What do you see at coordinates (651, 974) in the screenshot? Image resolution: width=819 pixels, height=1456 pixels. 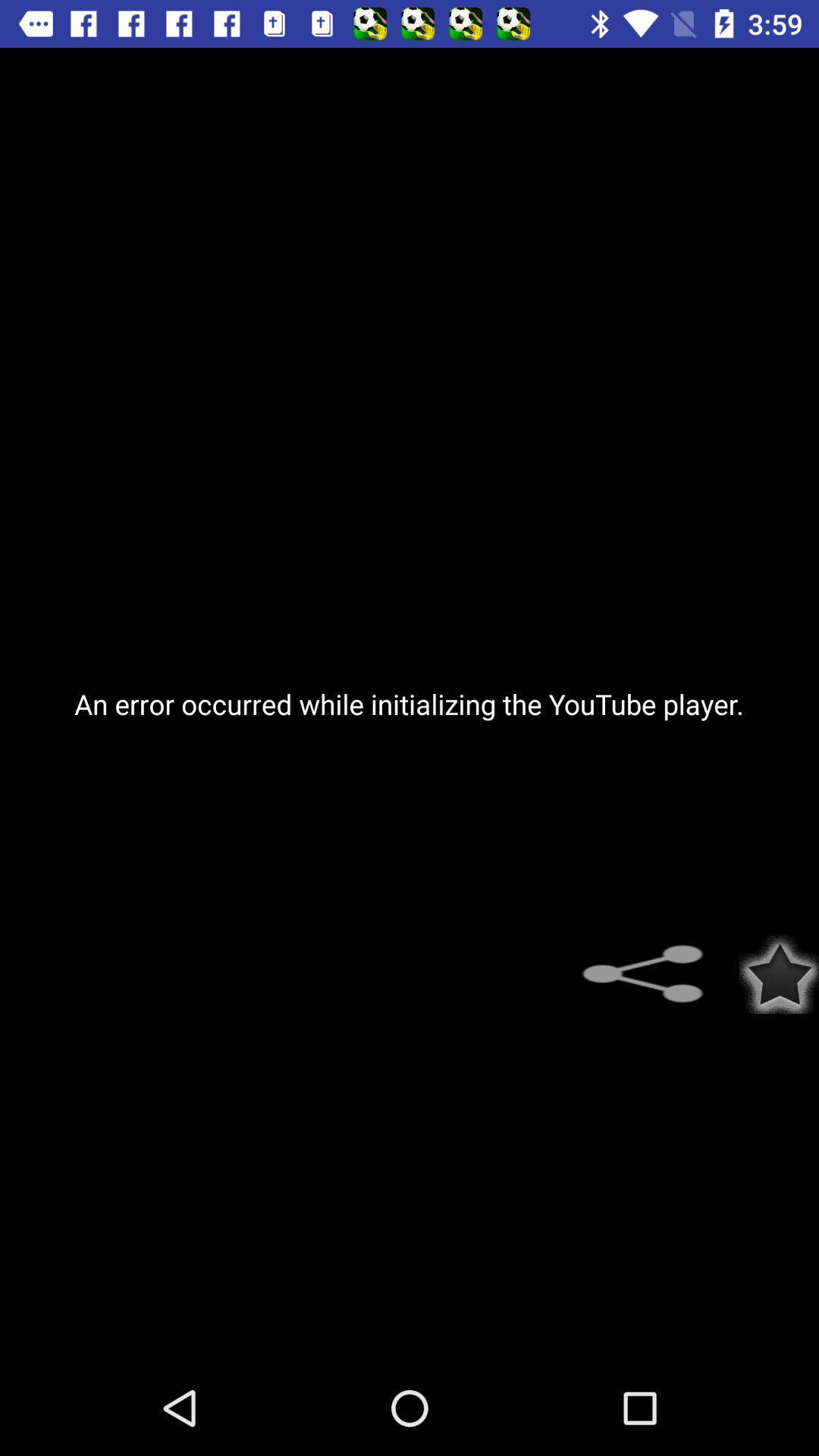 I see `the item below the an error occurred item` at bounding box center [651, 974].